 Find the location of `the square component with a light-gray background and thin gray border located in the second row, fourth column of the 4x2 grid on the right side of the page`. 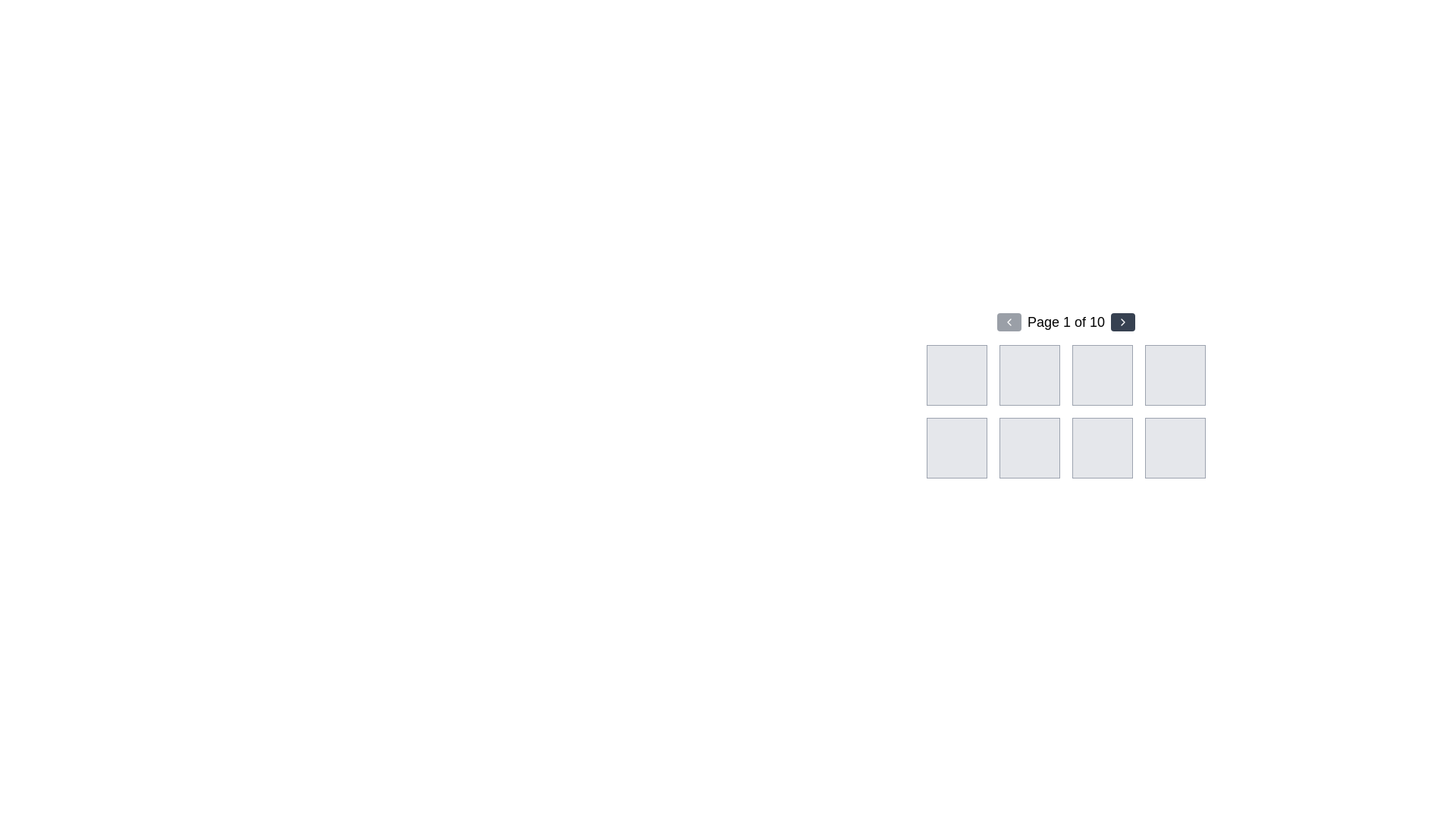

the square component with a light-gray background and thin gray border located in the second row, fourth column of the 4x2 grid on the right side of the page is located at coordinates (1175, 447).